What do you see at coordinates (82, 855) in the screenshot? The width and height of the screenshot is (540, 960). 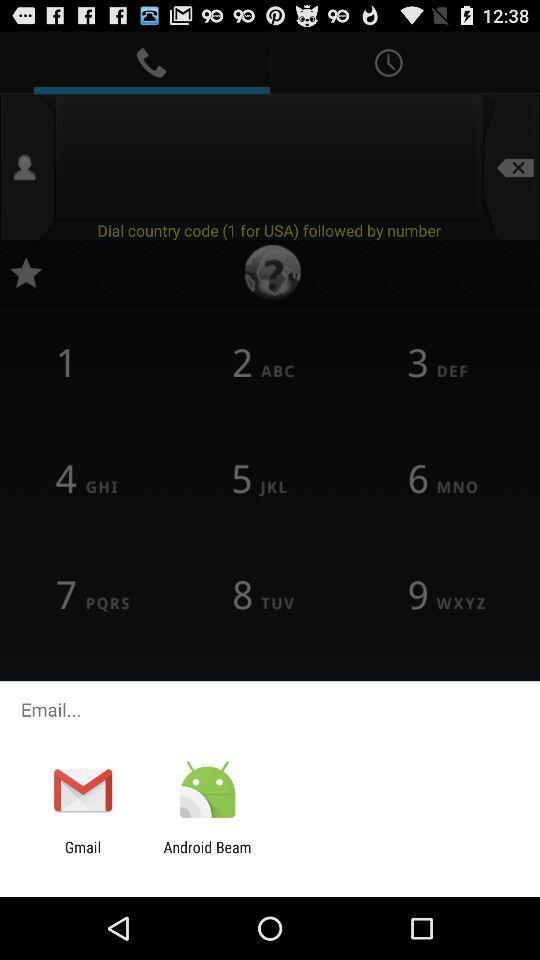 I see `gmail app` at bounding box center [82, 855].